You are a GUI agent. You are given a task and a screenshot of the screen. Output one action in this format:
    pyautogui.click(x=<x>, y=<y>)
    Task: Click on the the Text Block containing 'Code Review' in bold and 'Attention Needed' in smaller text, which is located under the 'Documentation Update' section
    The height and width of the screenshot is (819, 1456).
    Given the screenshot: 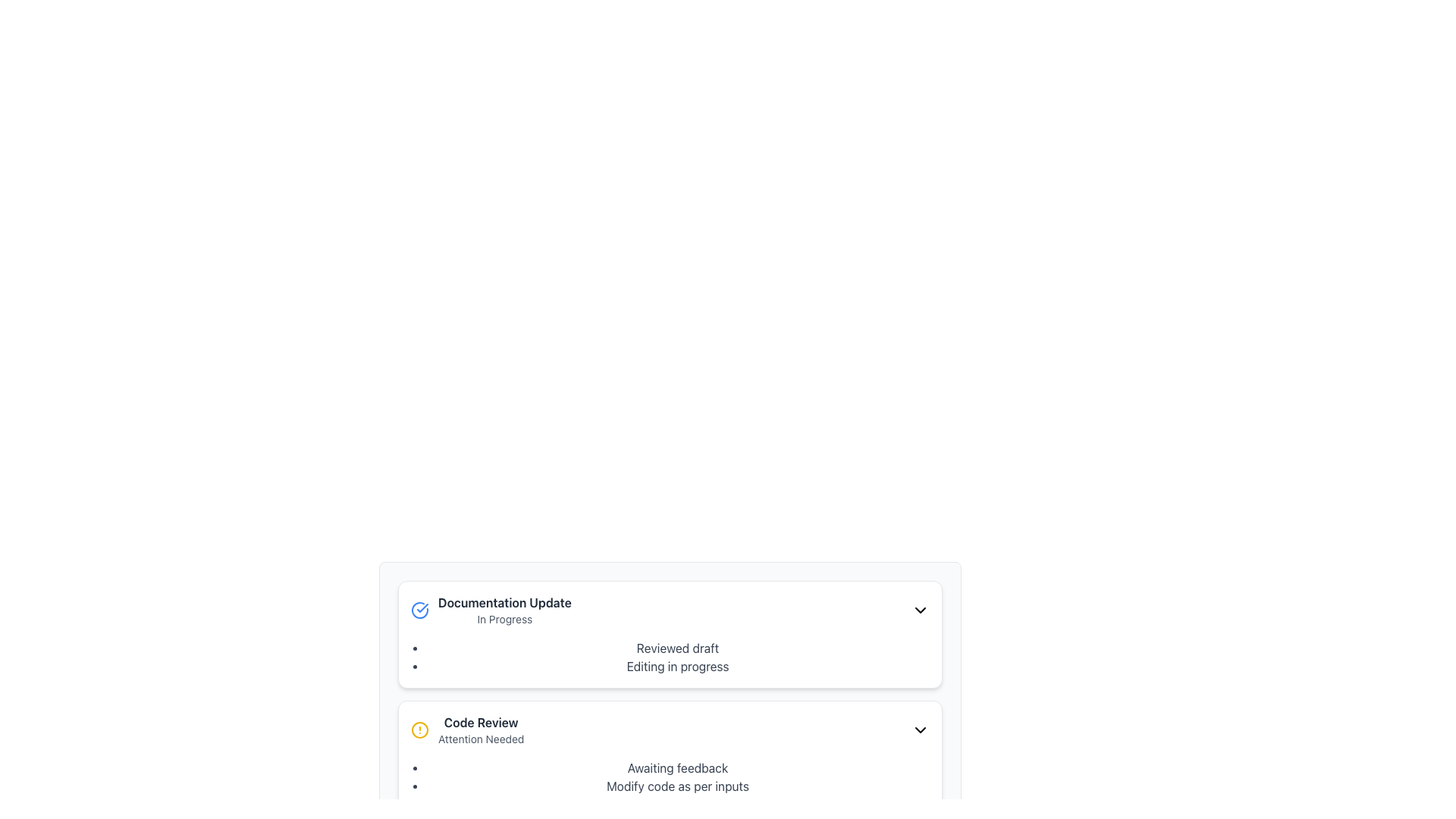 What is the action you would take?
    pyautogui.click(x=480, y=730)
    